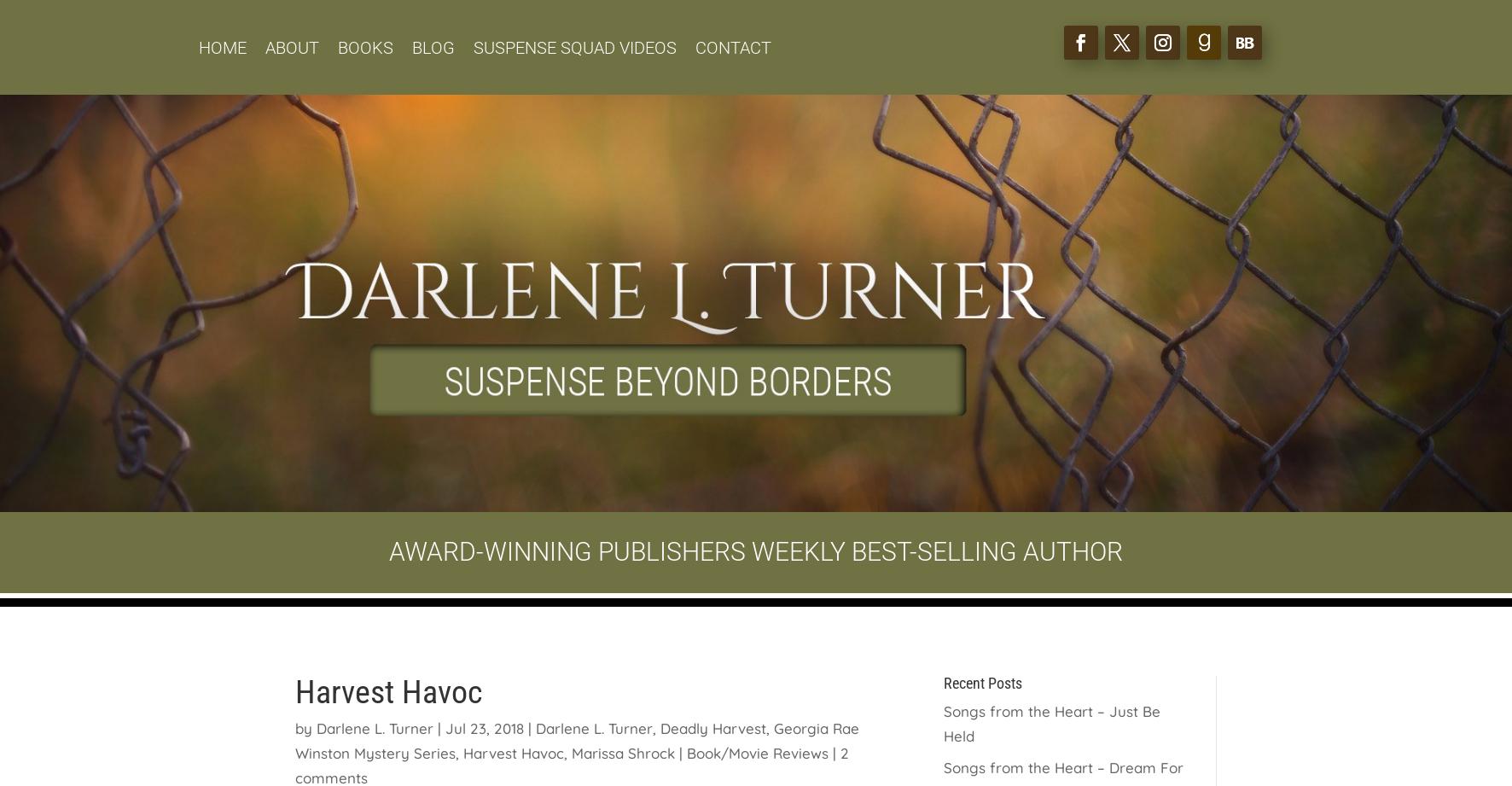 The width and height of the screenshot is (1512, 786). I want to click on 'About', so click(291, 47).